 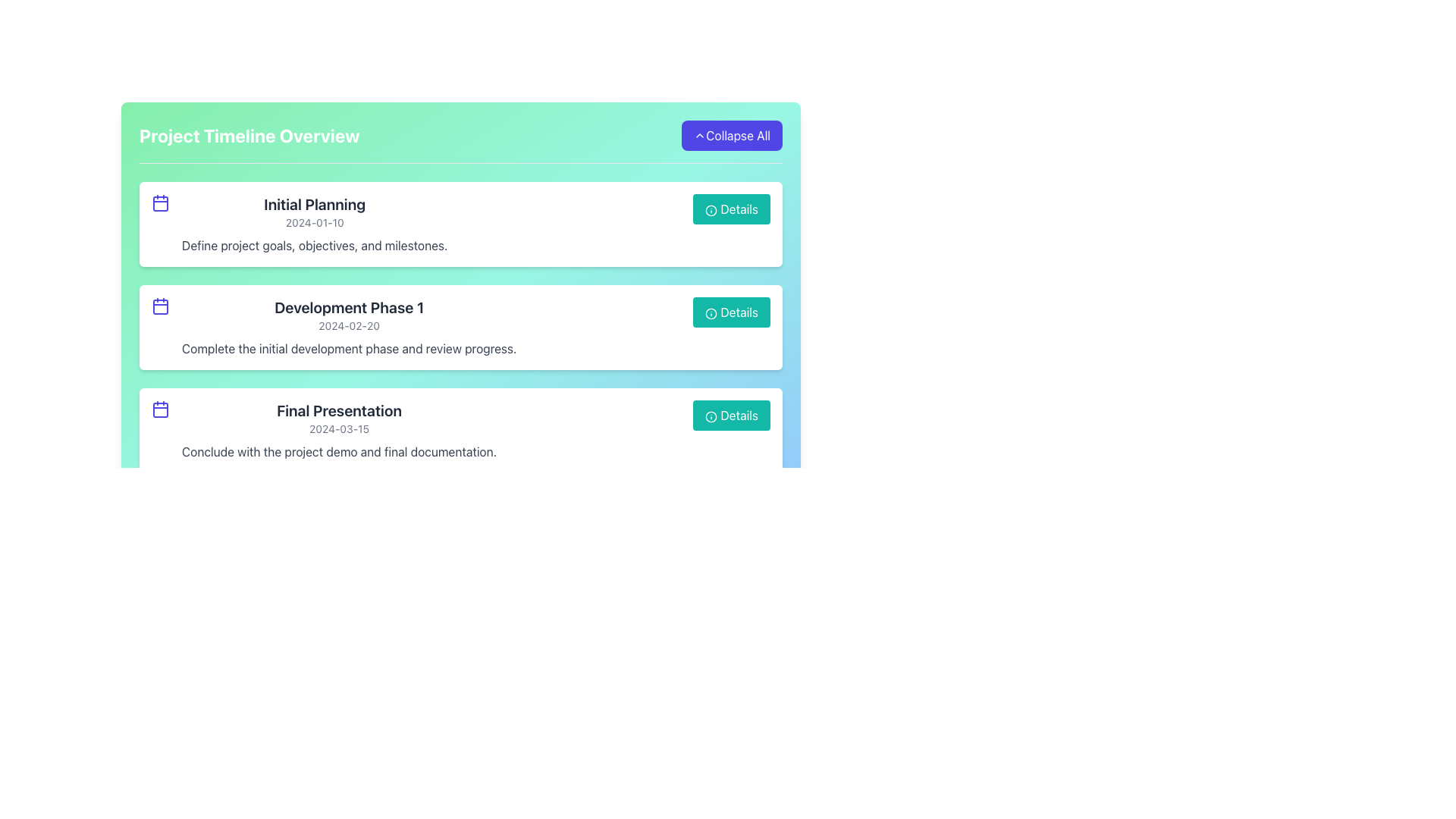 I want to click on the indigo calendar icon located at the top-left corner of the 'Final Presentation' timeline card, adjacent to the text 'Final Presentation' and '2024-03-15', so click(x=160, y=409).